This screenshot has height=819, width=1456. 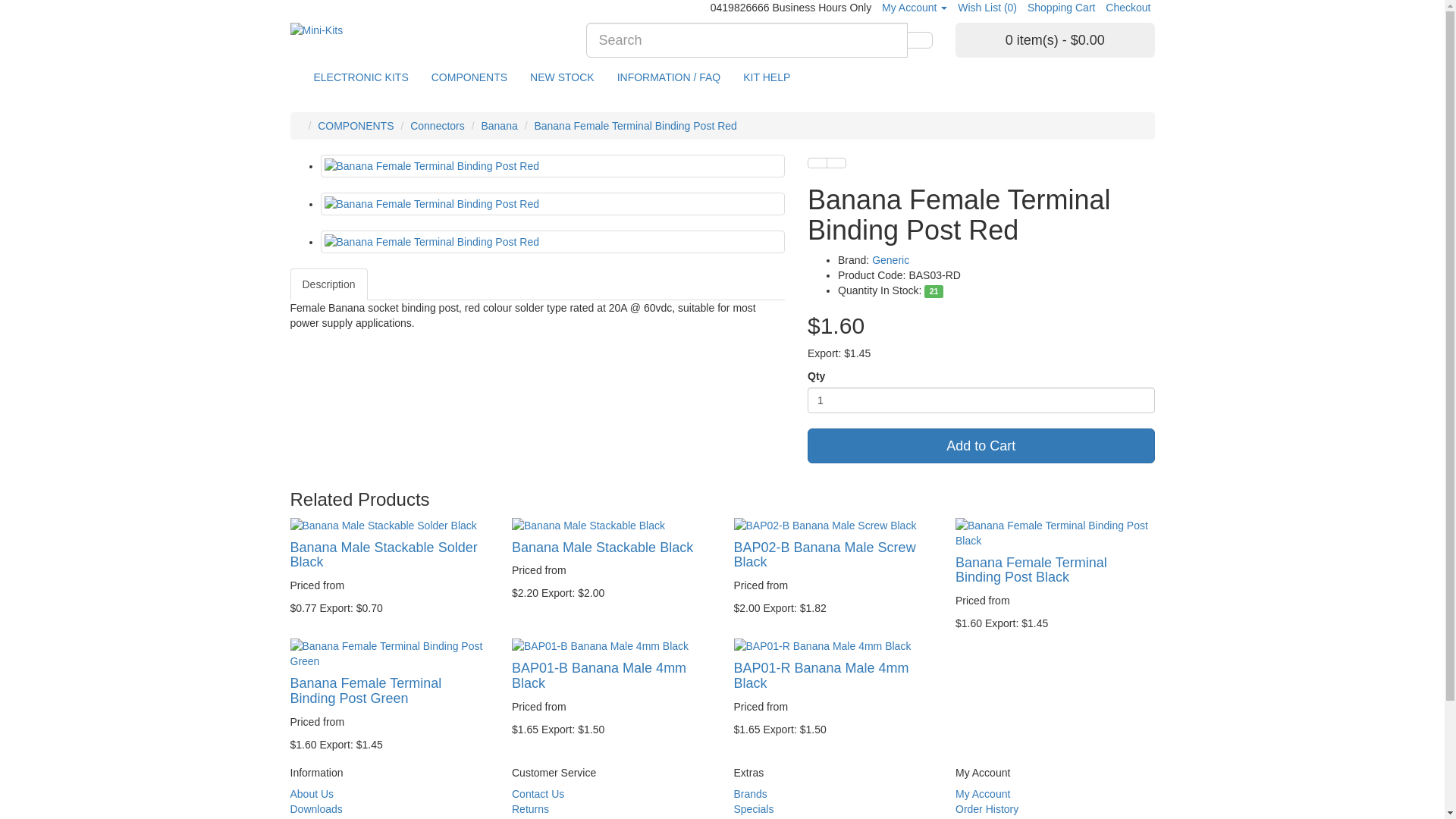 What do you see at coordinates (981, 444) in the screenshot?
I see `'Add to Cart'` at bounding box center [981, 444].